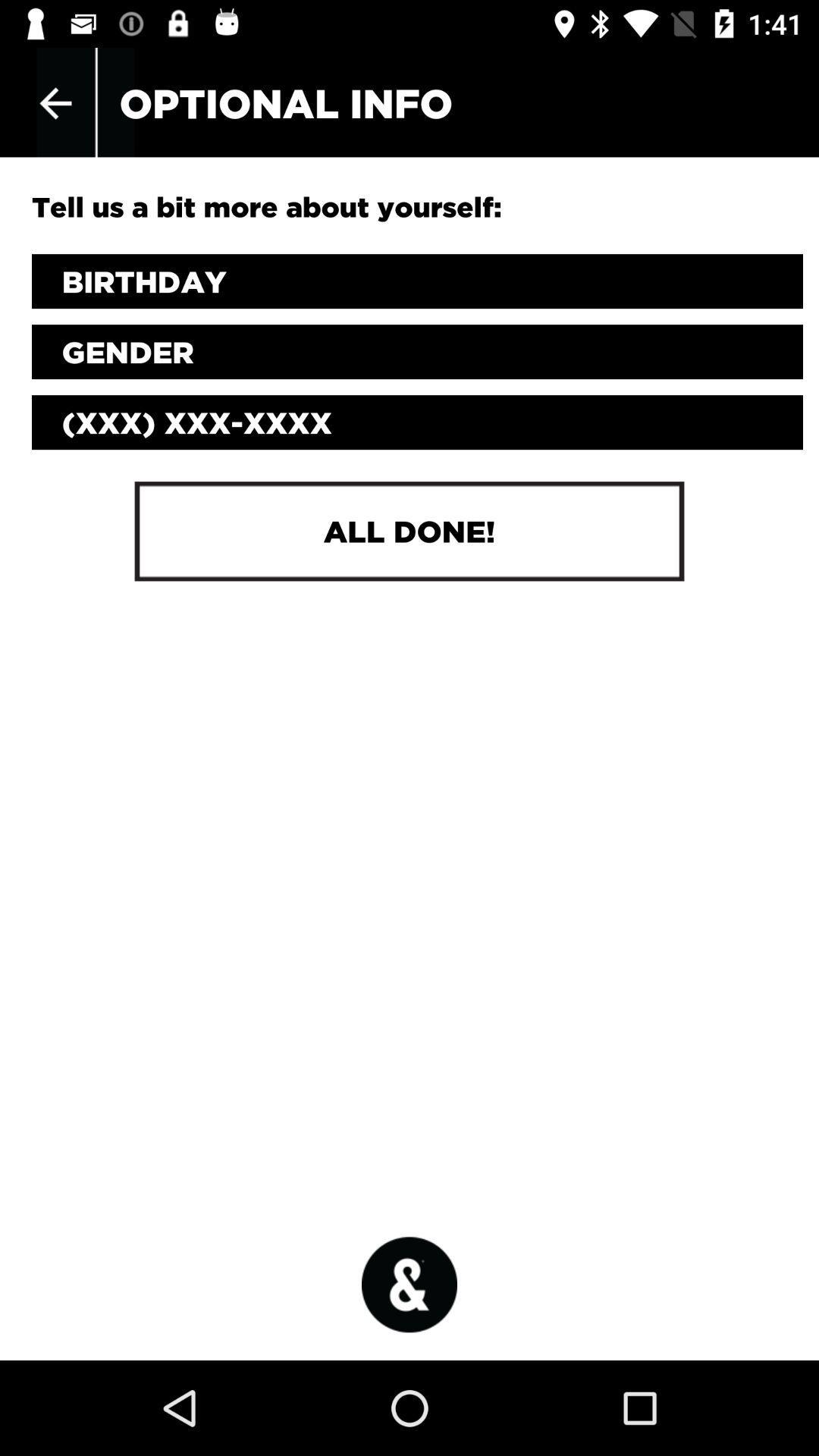  I want to click on gender, so click(417, 351).